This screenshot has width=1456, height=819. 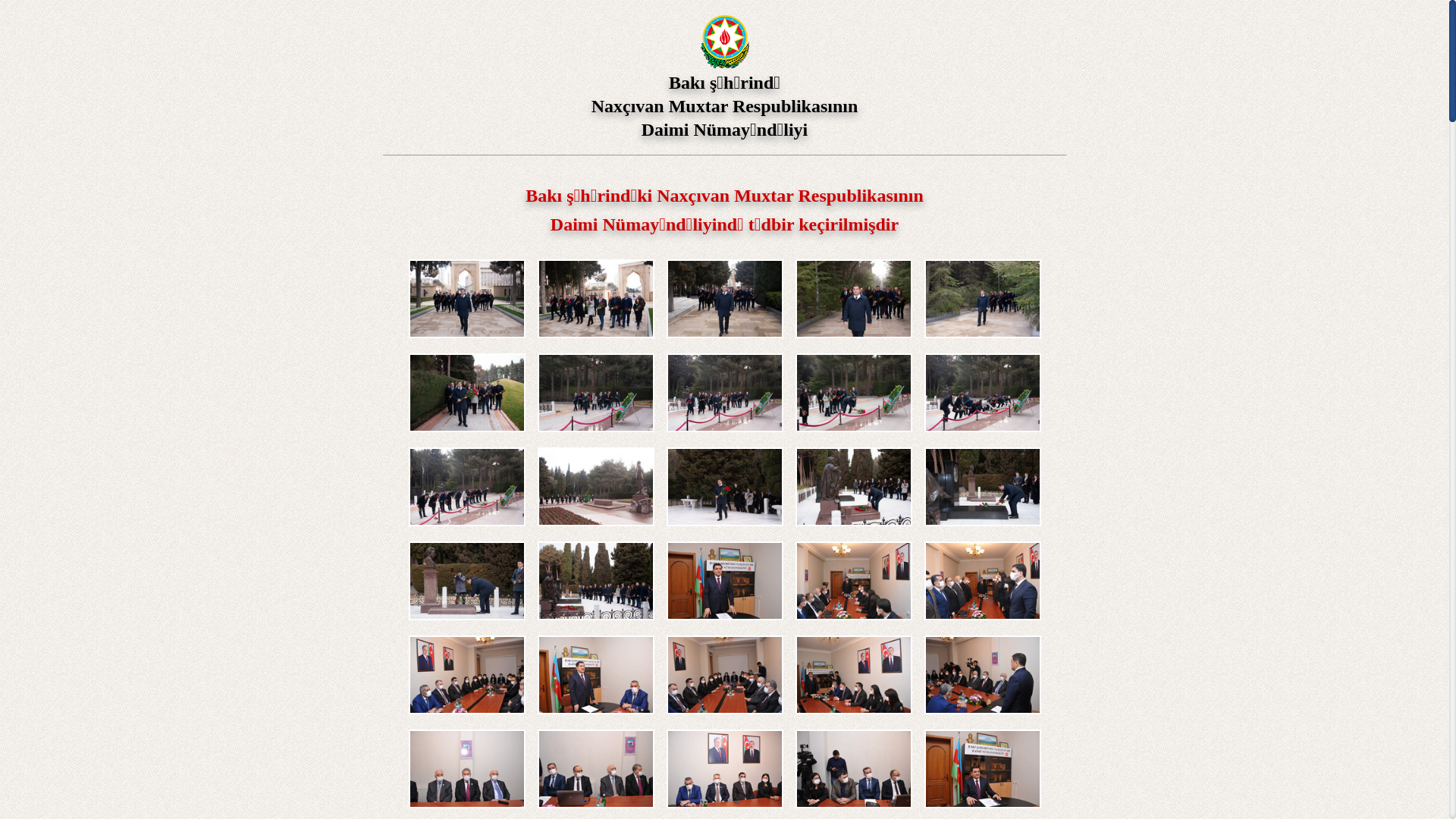 What do you see at coordinates (595, 391) in the screenshot?
I see `'Click to enlarge'` at bounding box center [595, 391].